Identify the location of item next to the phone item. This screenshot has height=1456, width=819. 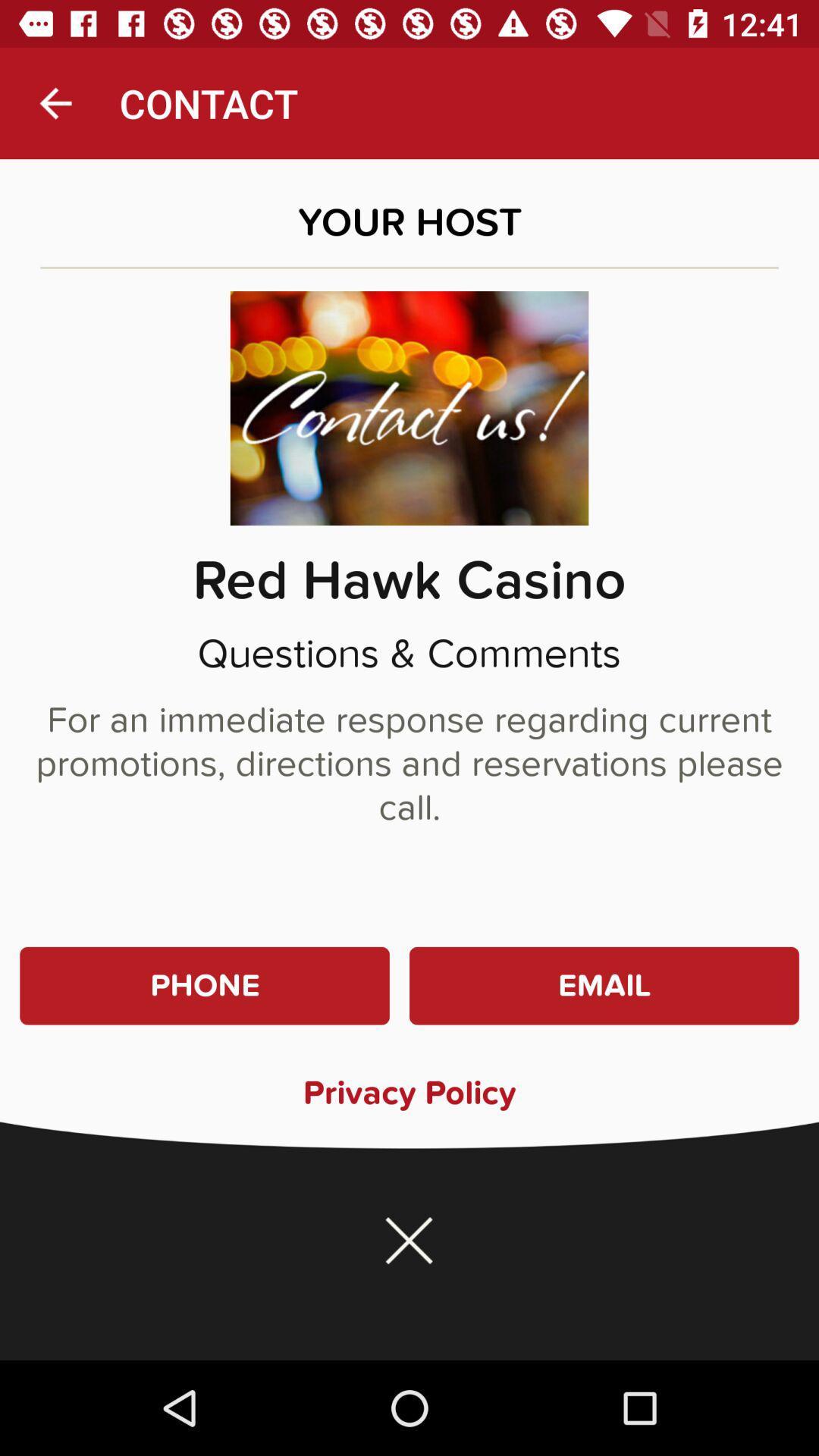
(603, 986).